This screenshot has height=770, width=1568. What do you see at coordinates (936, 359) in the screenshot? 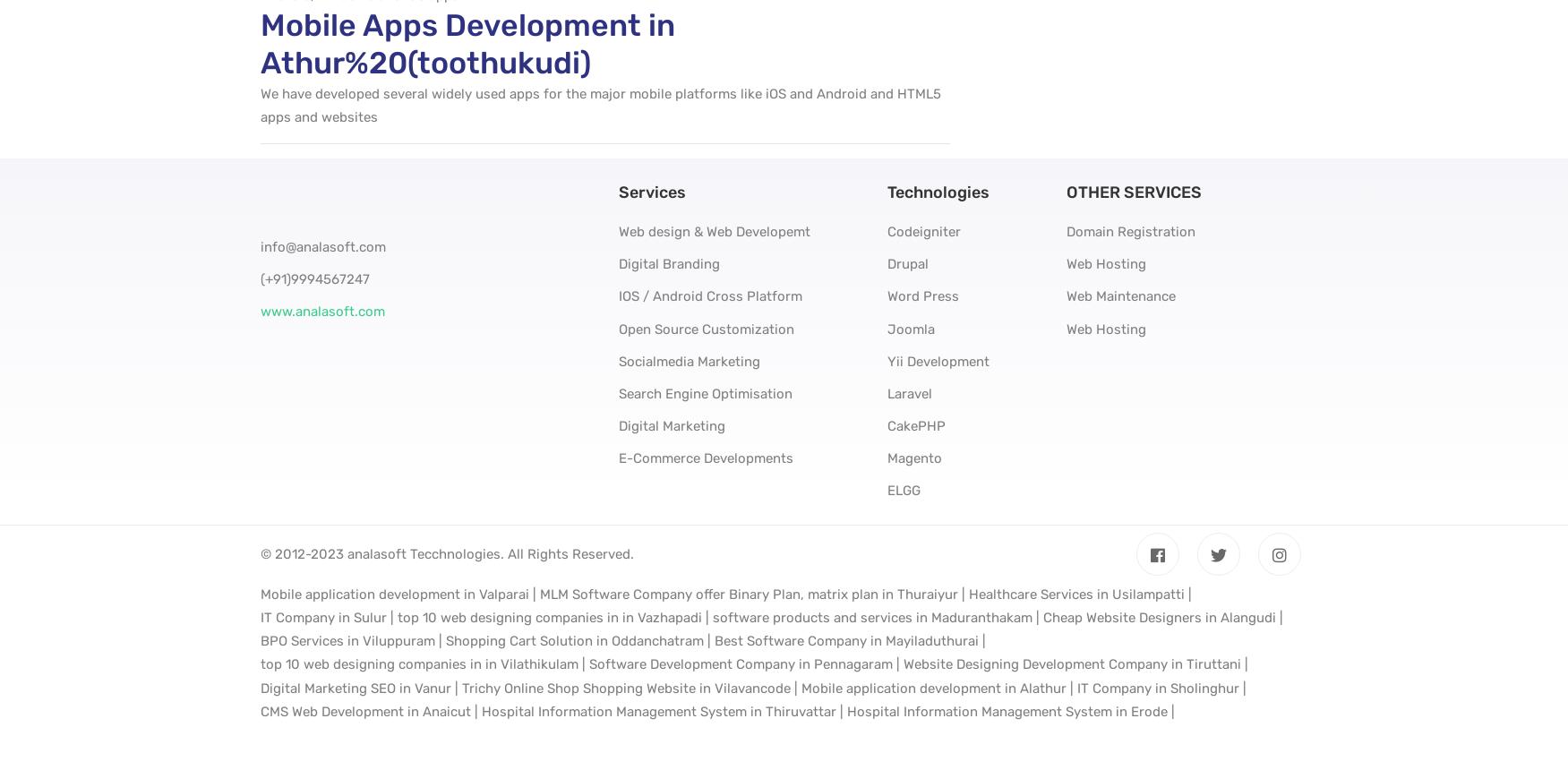
I see `'Yii Development'` at bounding box center [936, 359].